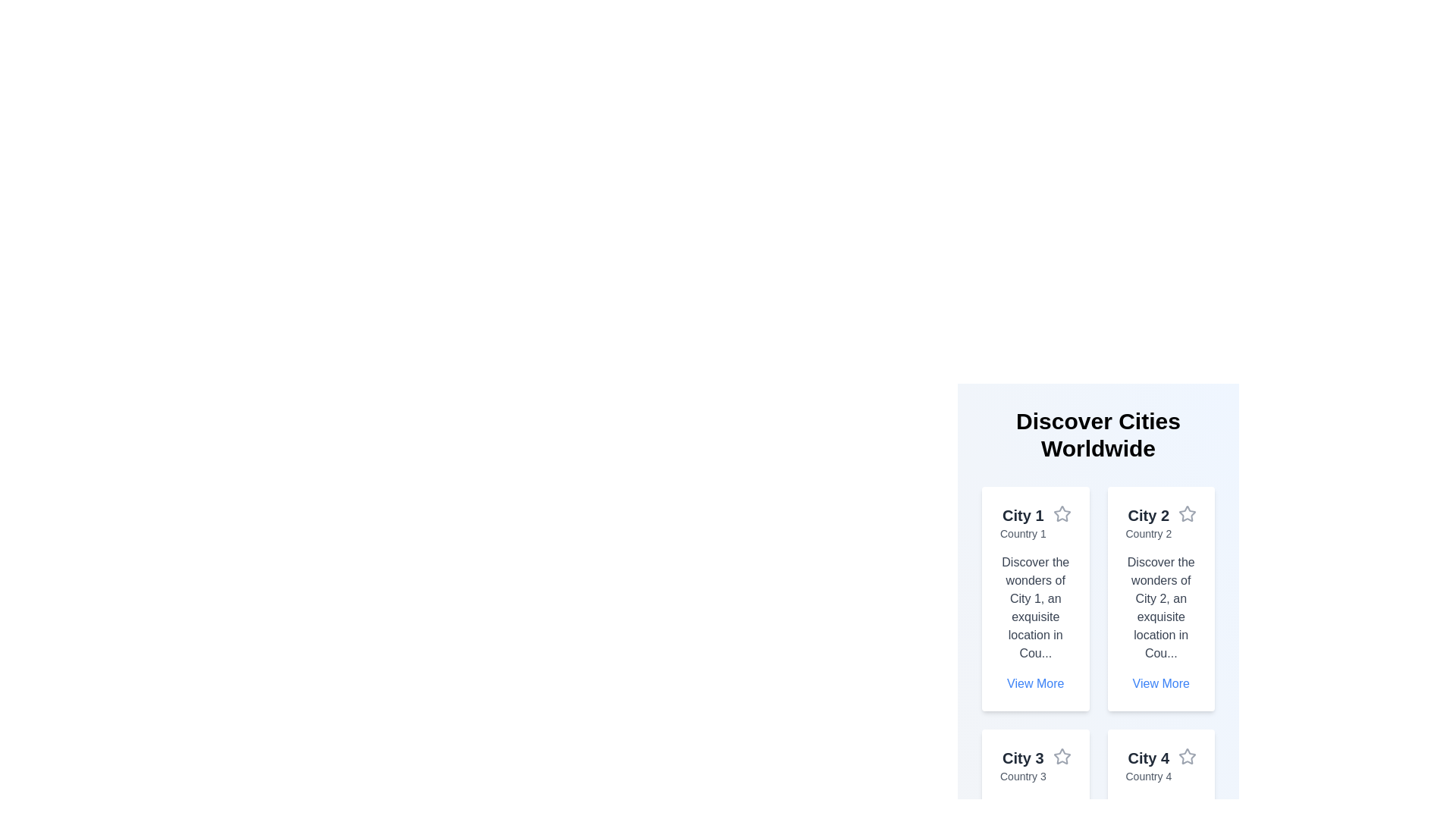 The height and width of the screenshot is (819, 1456). I want to click on the 'View More' link icon on the second card promoting 'City 2', which is located in a grid layout, so click(1160, 598).